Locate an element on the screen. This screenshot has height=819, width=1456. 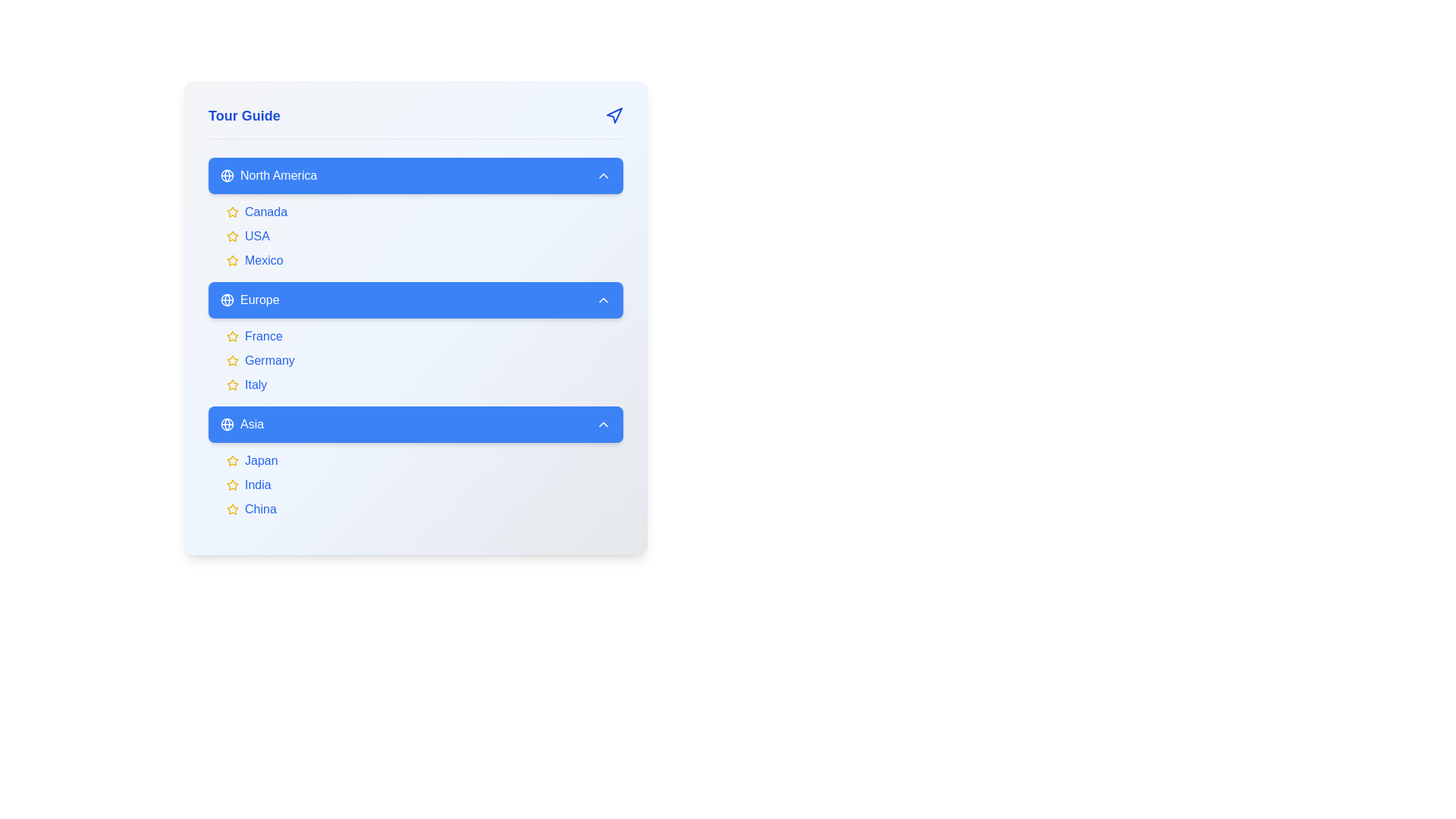
globe icon located to the left of the text 'North America', which is circular with a blue tint and a world map design, positioned in the first section of a vertical list is located at coordinates (226, 174).